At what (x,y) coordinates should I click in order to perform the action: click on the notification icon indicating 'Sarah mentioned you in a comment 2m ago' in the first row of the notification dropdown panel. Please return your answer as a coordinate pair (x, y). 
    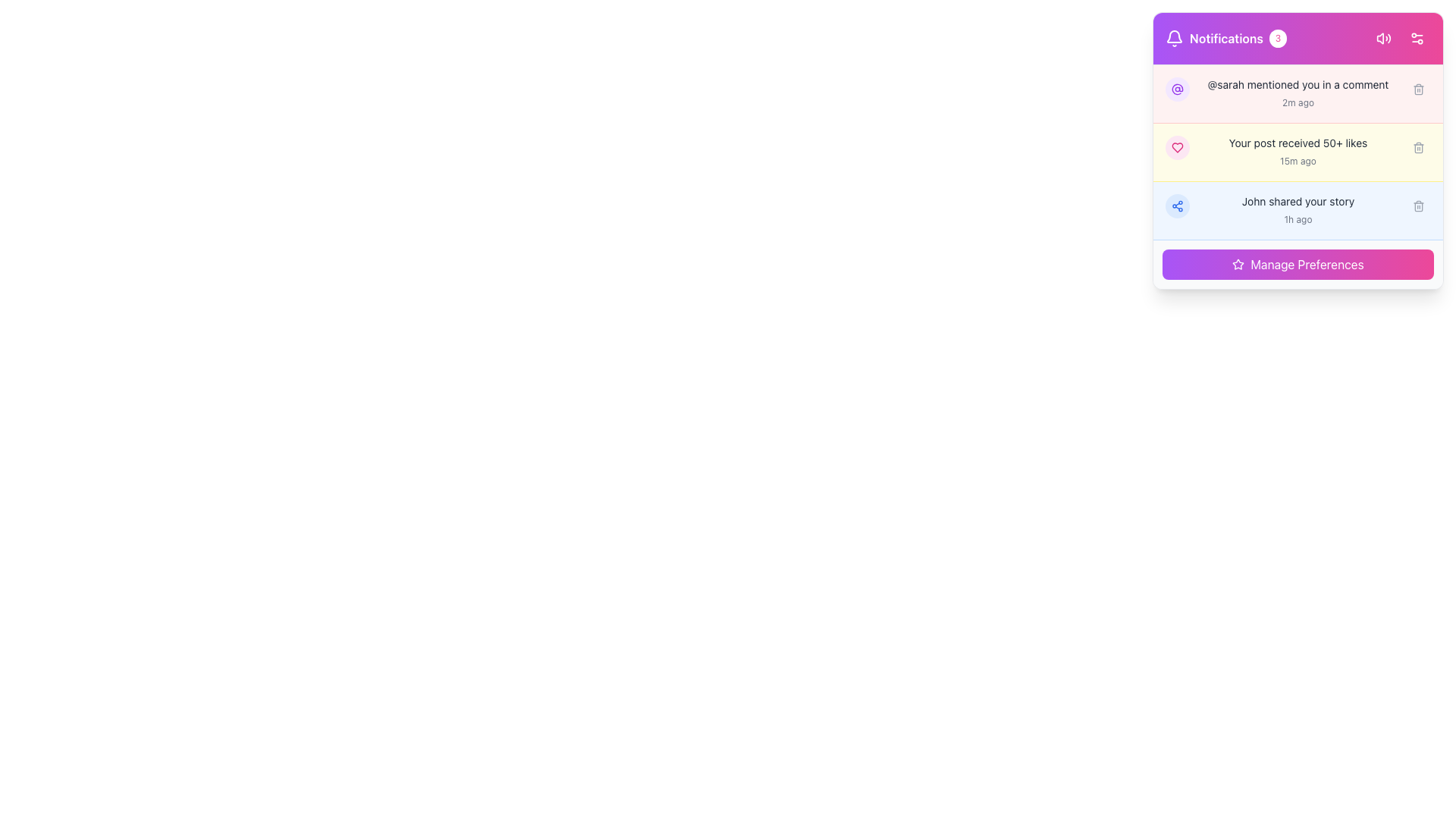
    Looking at the image, I should click on (1177, 89).